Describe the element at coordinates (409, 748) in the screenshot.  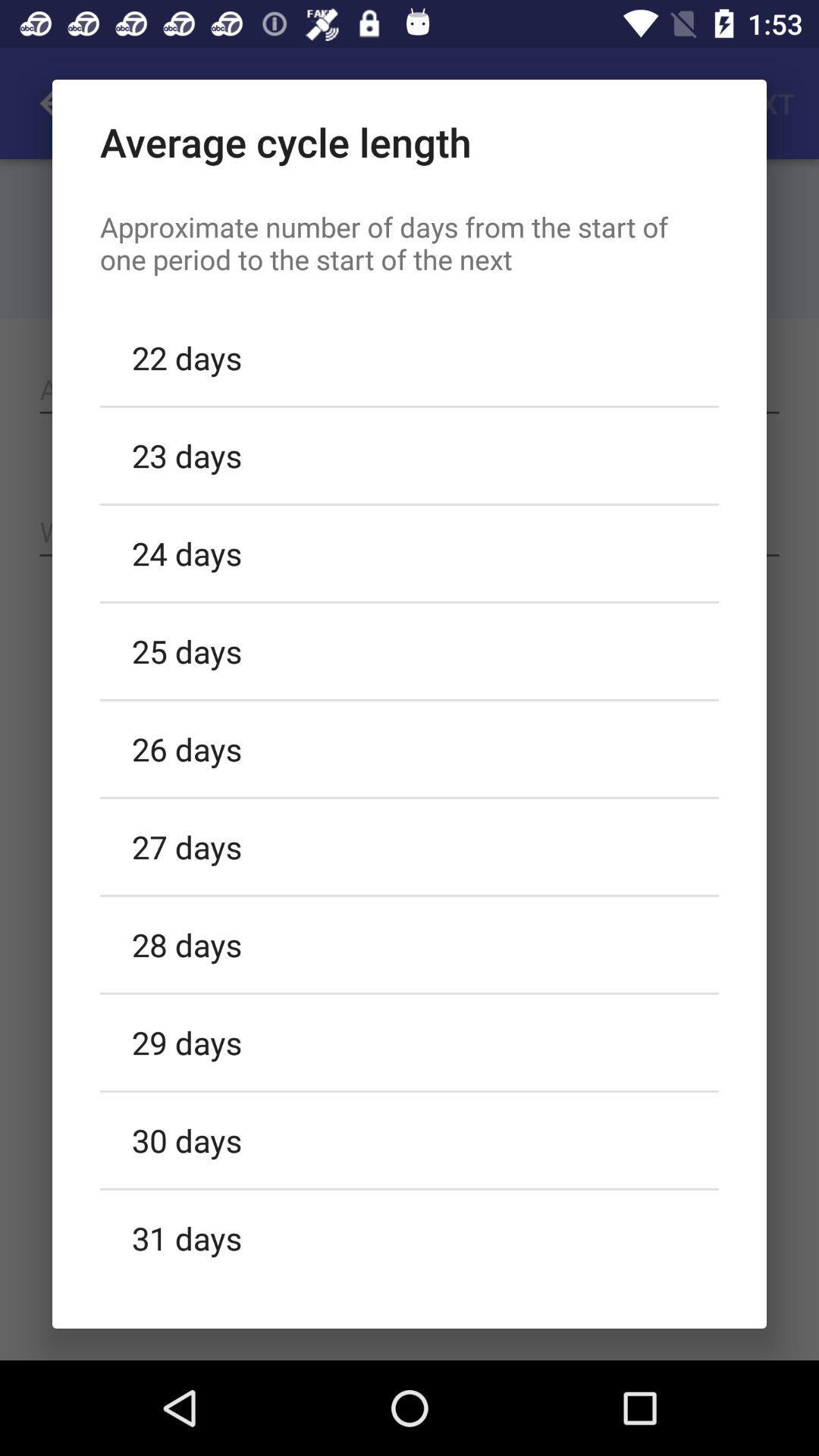
I see `the item above the 27 days icon` at that location.